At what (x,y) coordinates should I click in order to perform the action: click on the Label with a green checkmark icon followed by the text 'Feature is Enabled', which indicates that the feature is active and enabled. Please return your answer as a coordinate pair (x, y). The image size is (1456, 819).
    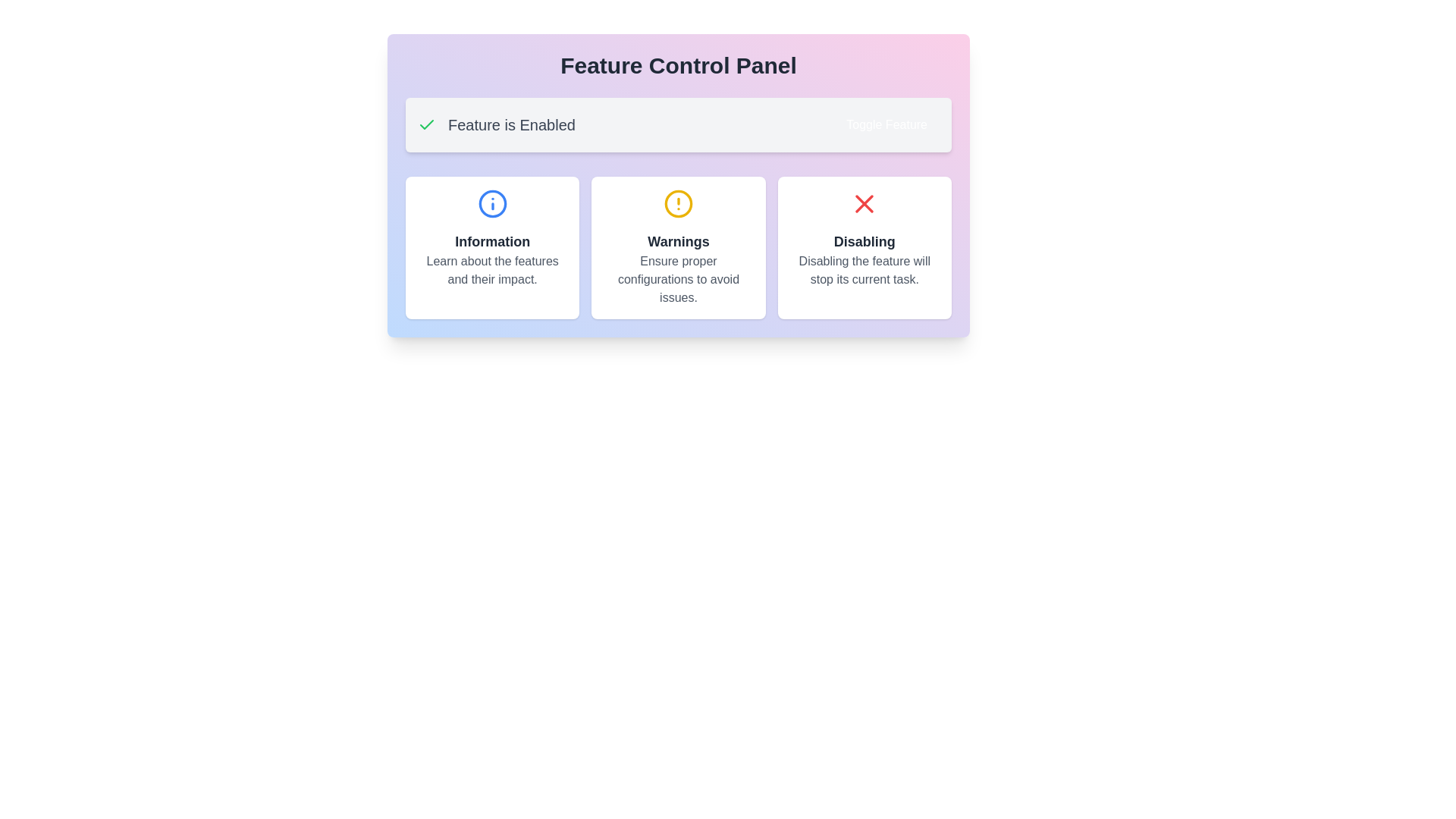
    Looking at the image, I should click on (496, 124).